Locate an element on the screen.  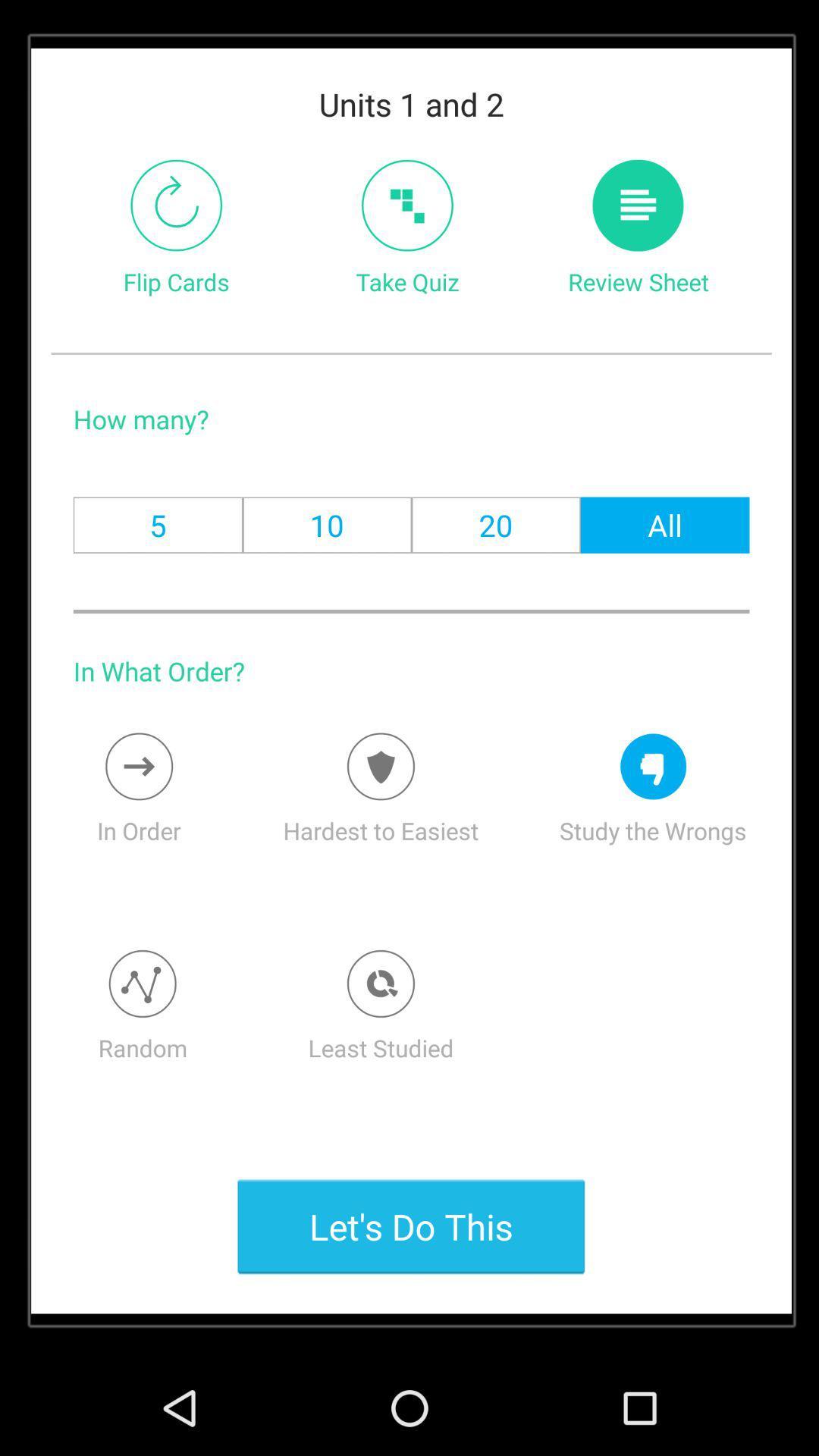
the refresh icon is located at coordinates (175, 219).